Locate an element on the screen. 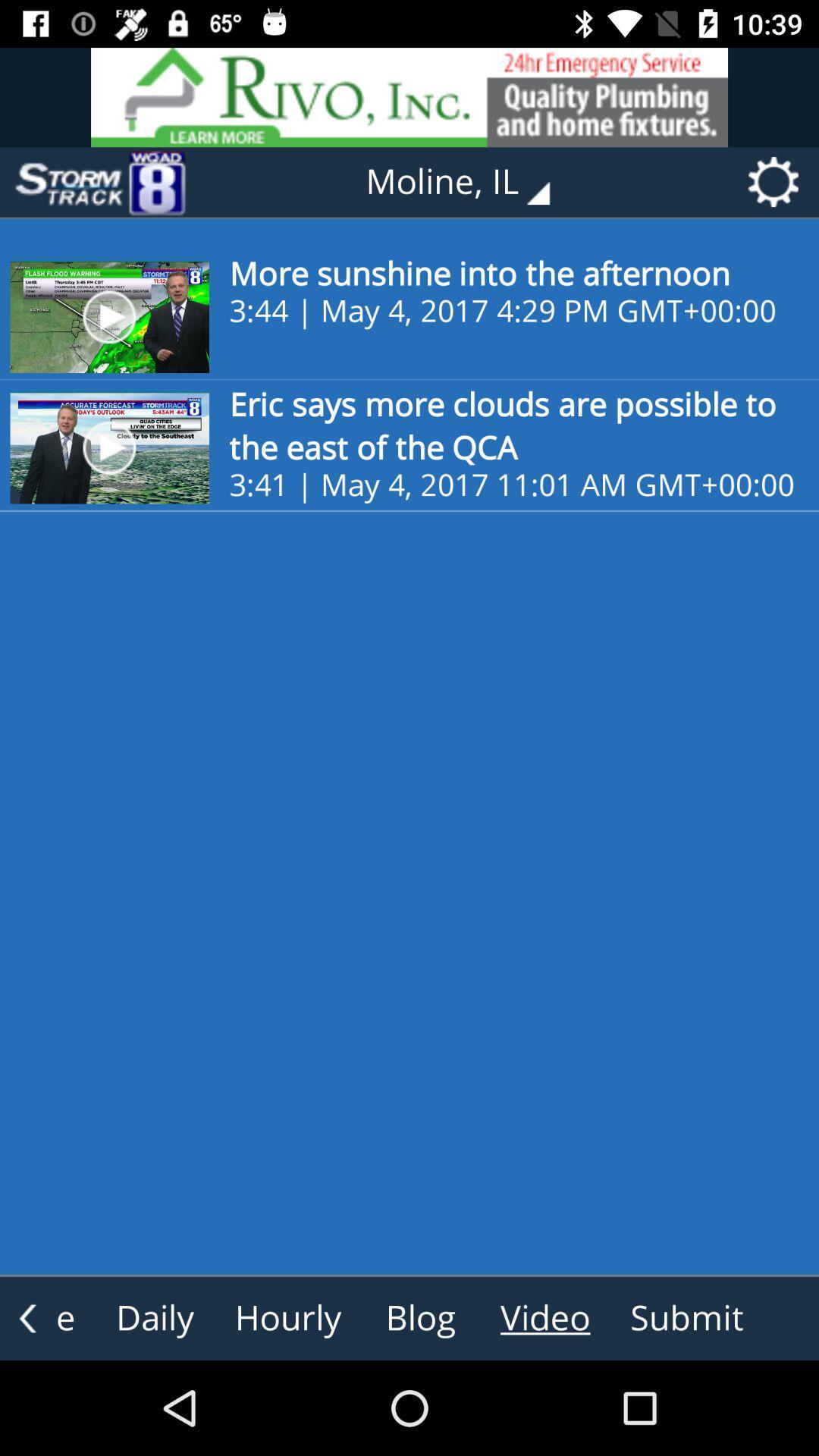 Image resolution: width=819 pixels, height=1456 pixels. the arrow_backward icon is located at coordinates (27, 1317).